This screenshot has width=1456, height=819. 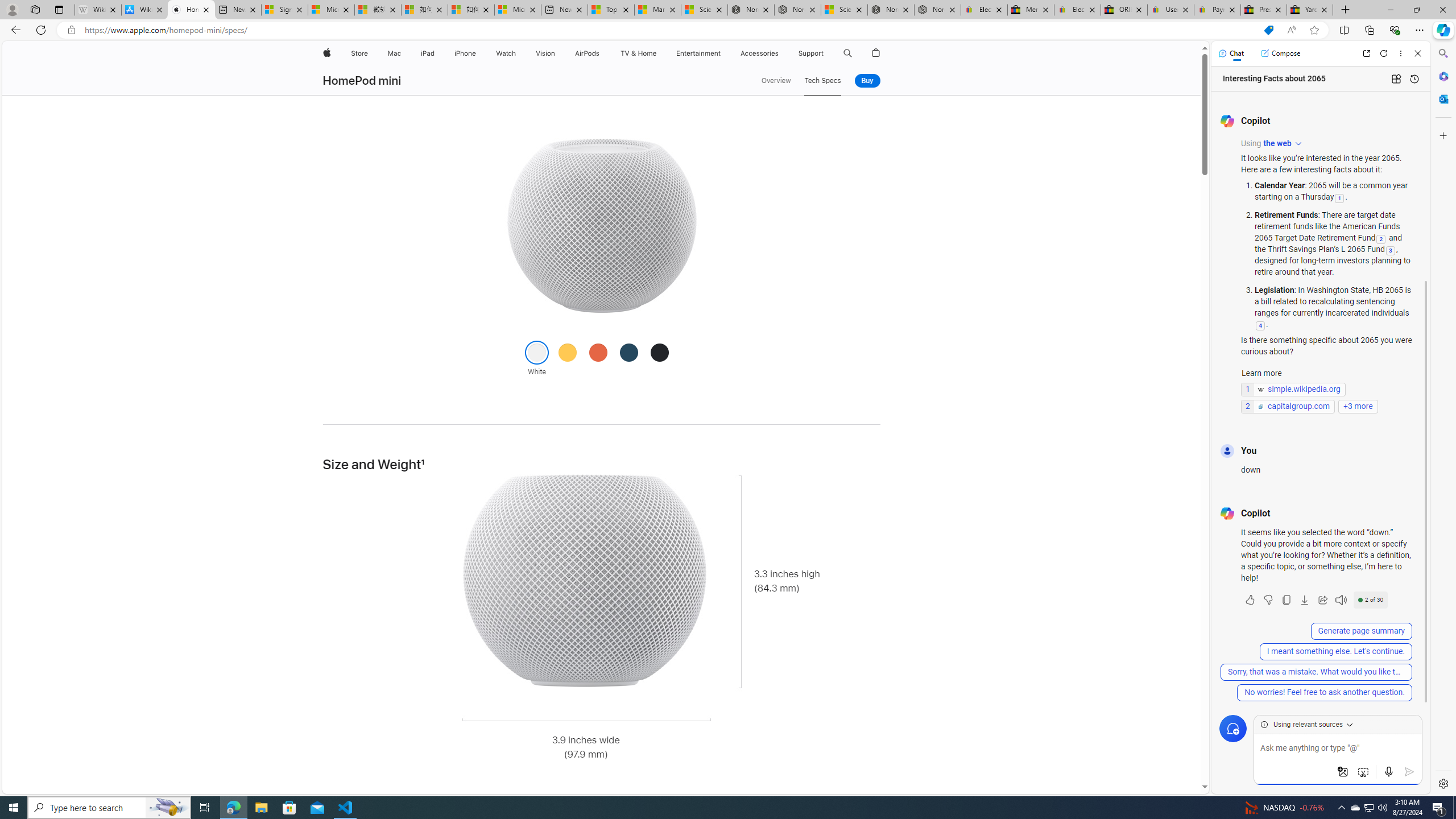 What do you see at coordinates (775, 80) in the screenshot?
I see `'Overview'` at bounding box center [775, 80].